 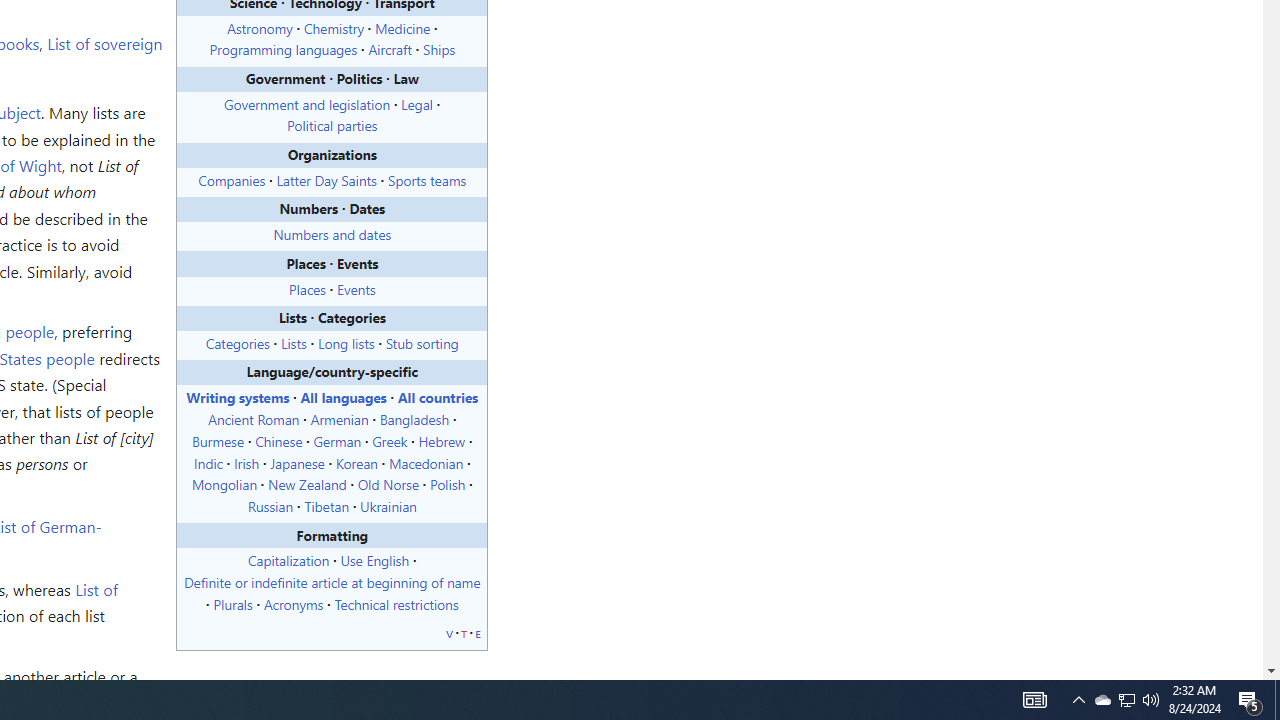 What do you see at coordinates (237, 341) in the screenshot?
I see `'Categories'` at bounding box center [237, 341].